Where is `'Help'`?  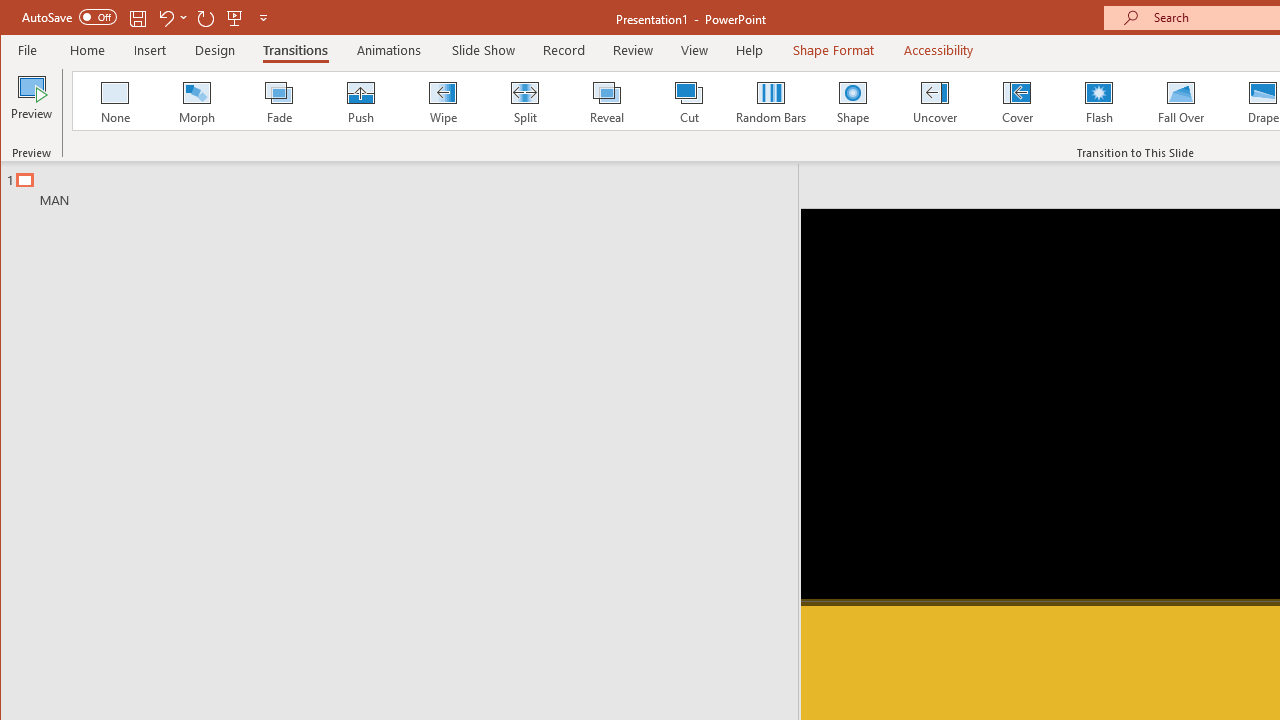
'Help' is located at coordinates (749, 49).